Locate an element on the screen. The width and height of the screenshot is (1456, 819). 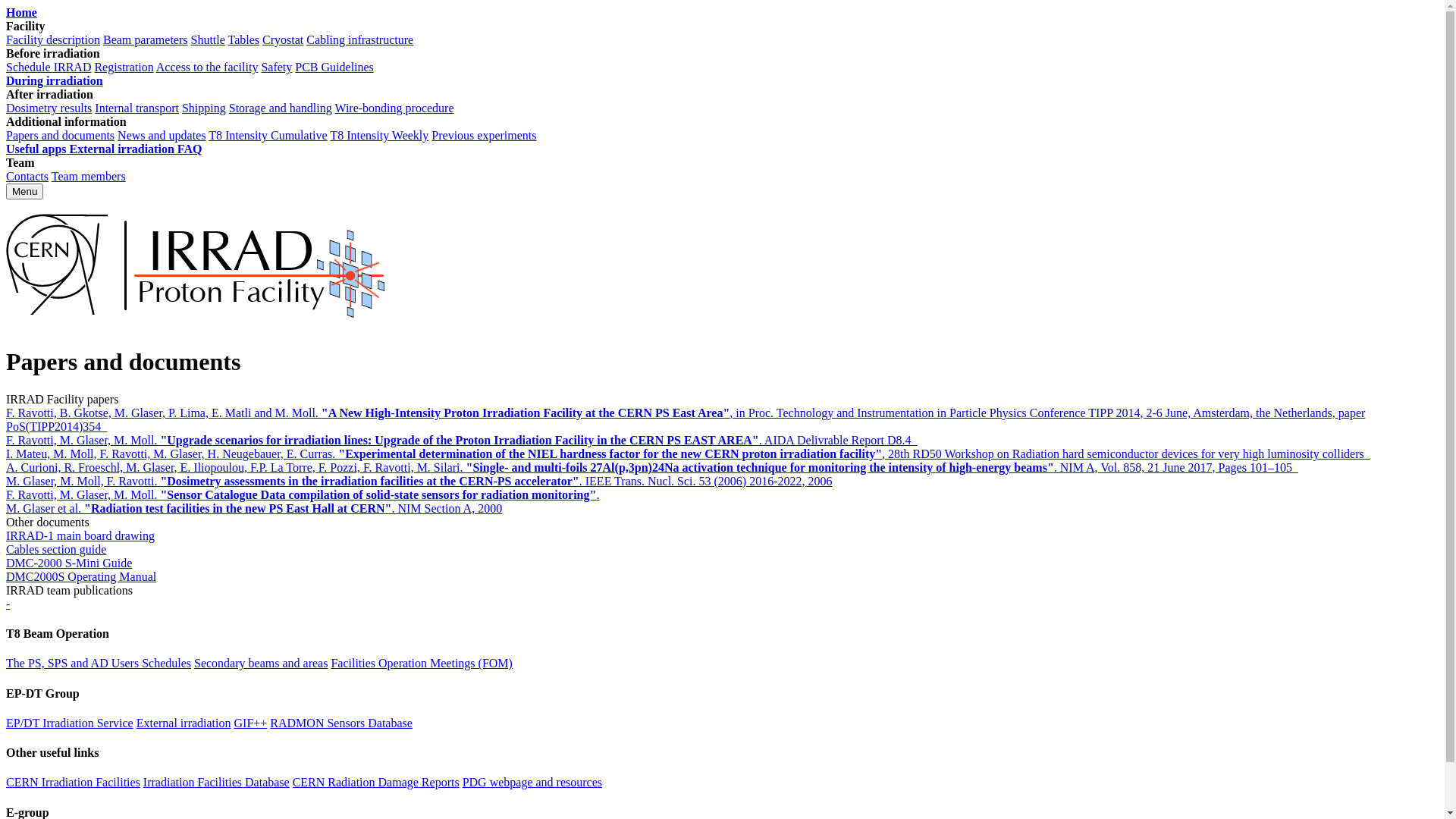
'Shuttle' is located at coordinates (206, 39).